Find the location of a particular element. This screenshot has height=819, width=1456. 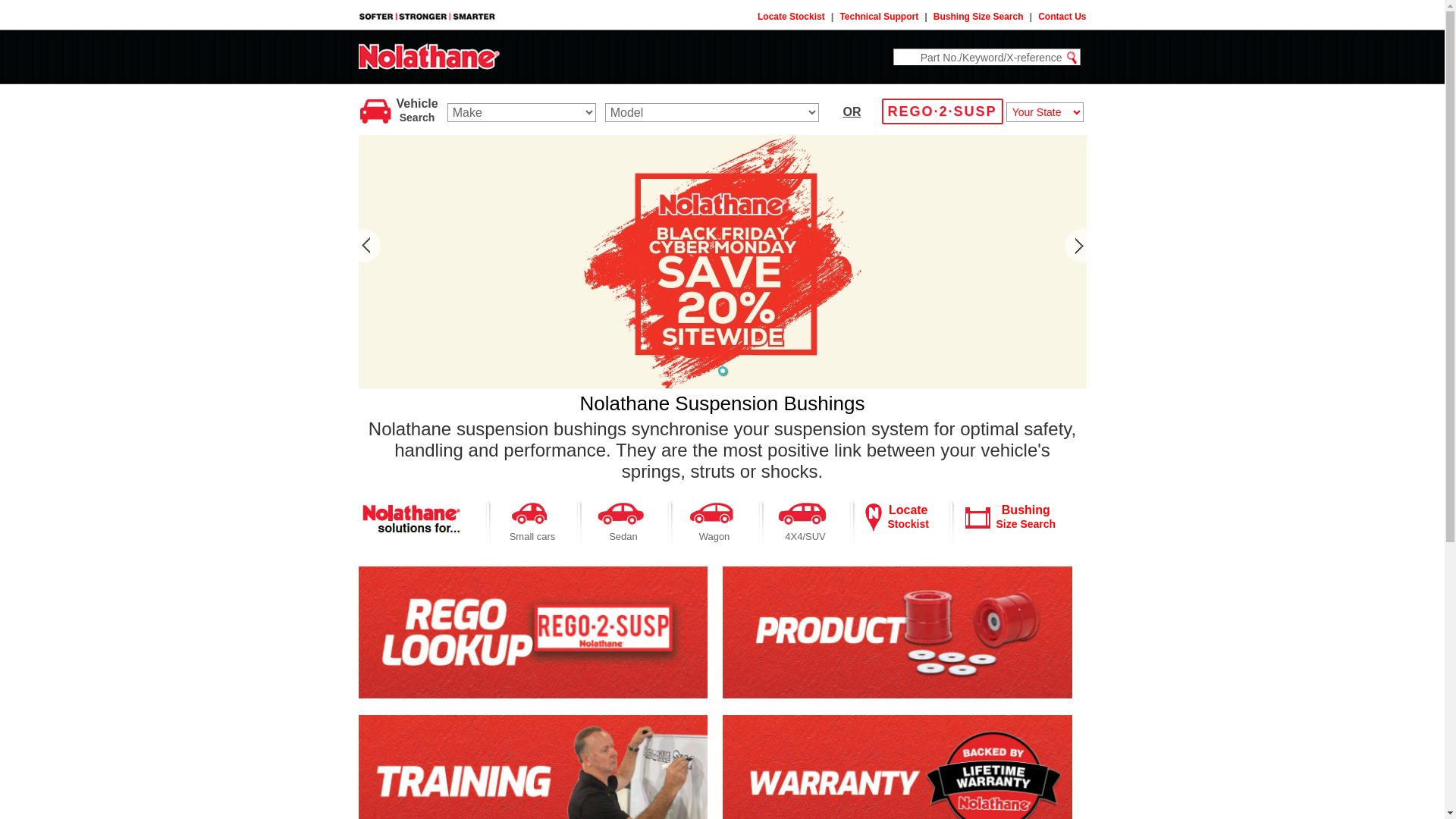

'Bushing is located at coordinates (1026, 516).